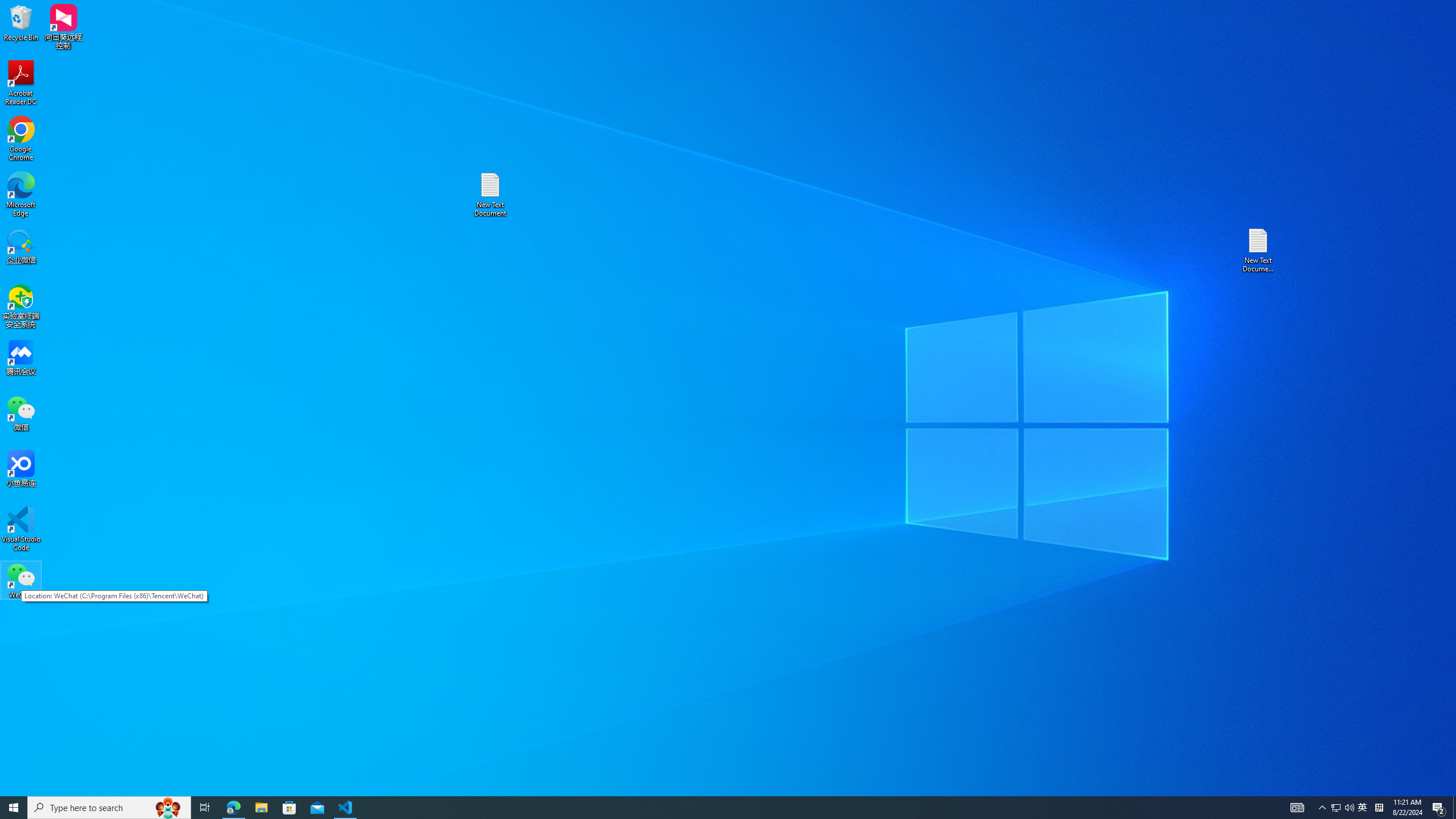 This screenshot has width=1456, height=819. I want to click on 'Visual Studio Code', so click(20, 528).